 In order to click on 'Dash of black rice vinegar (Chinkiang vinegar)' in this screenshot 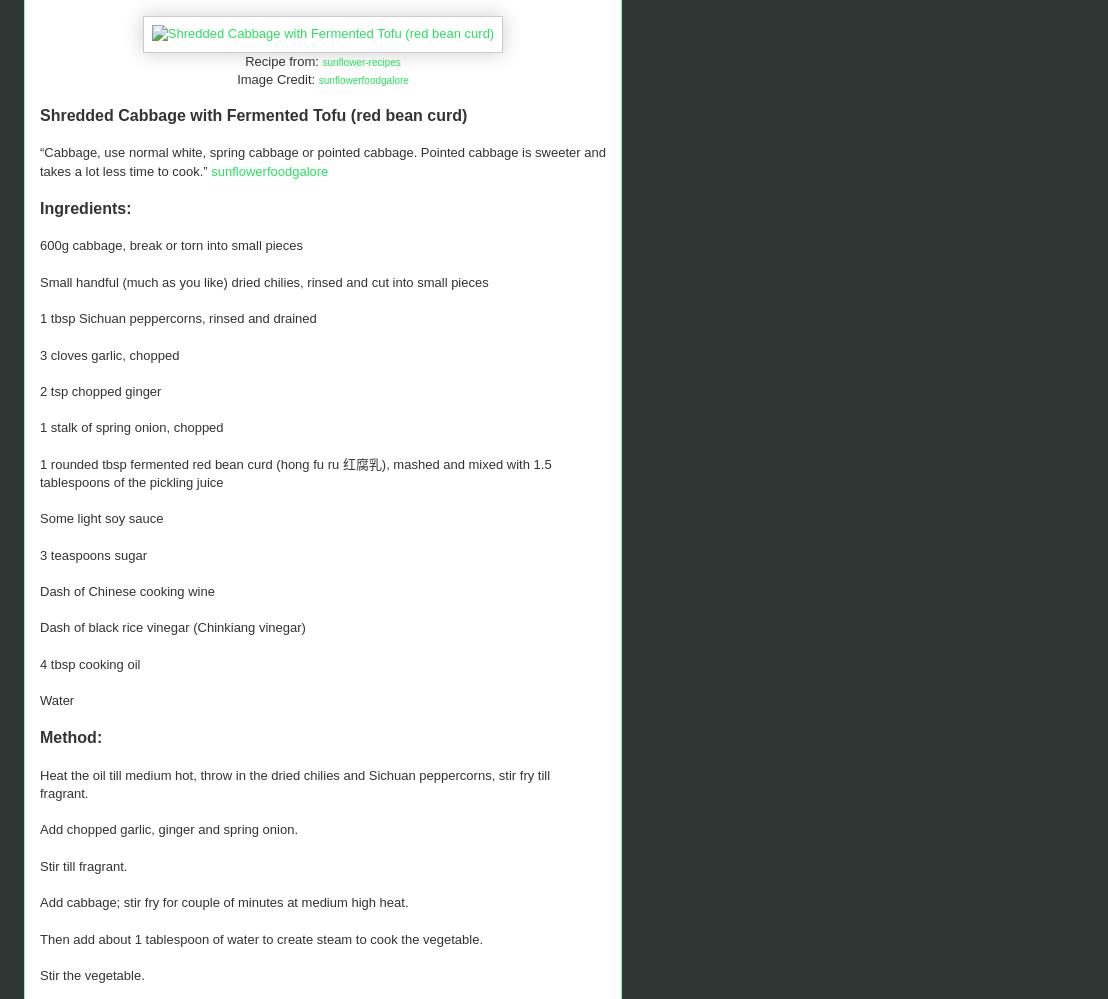, I will do `click(171, 626)`.